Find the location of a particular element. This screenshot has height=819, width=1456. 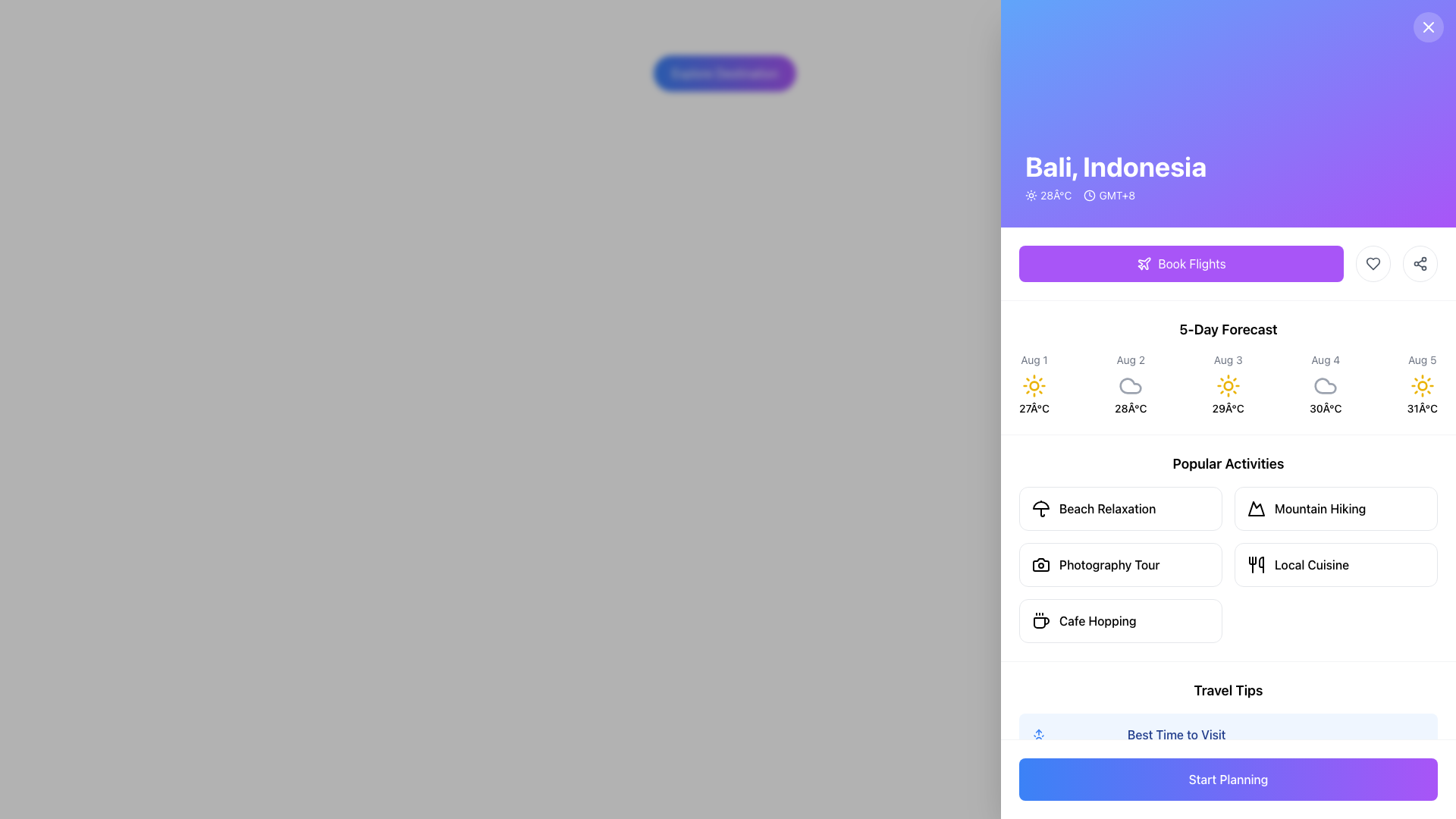

the 'Cafe Hopping' button located in the 'Popular Activities' grid, which features a coffee cup icon and is the fourth button in the layout is located at coordinates (1121, 620).